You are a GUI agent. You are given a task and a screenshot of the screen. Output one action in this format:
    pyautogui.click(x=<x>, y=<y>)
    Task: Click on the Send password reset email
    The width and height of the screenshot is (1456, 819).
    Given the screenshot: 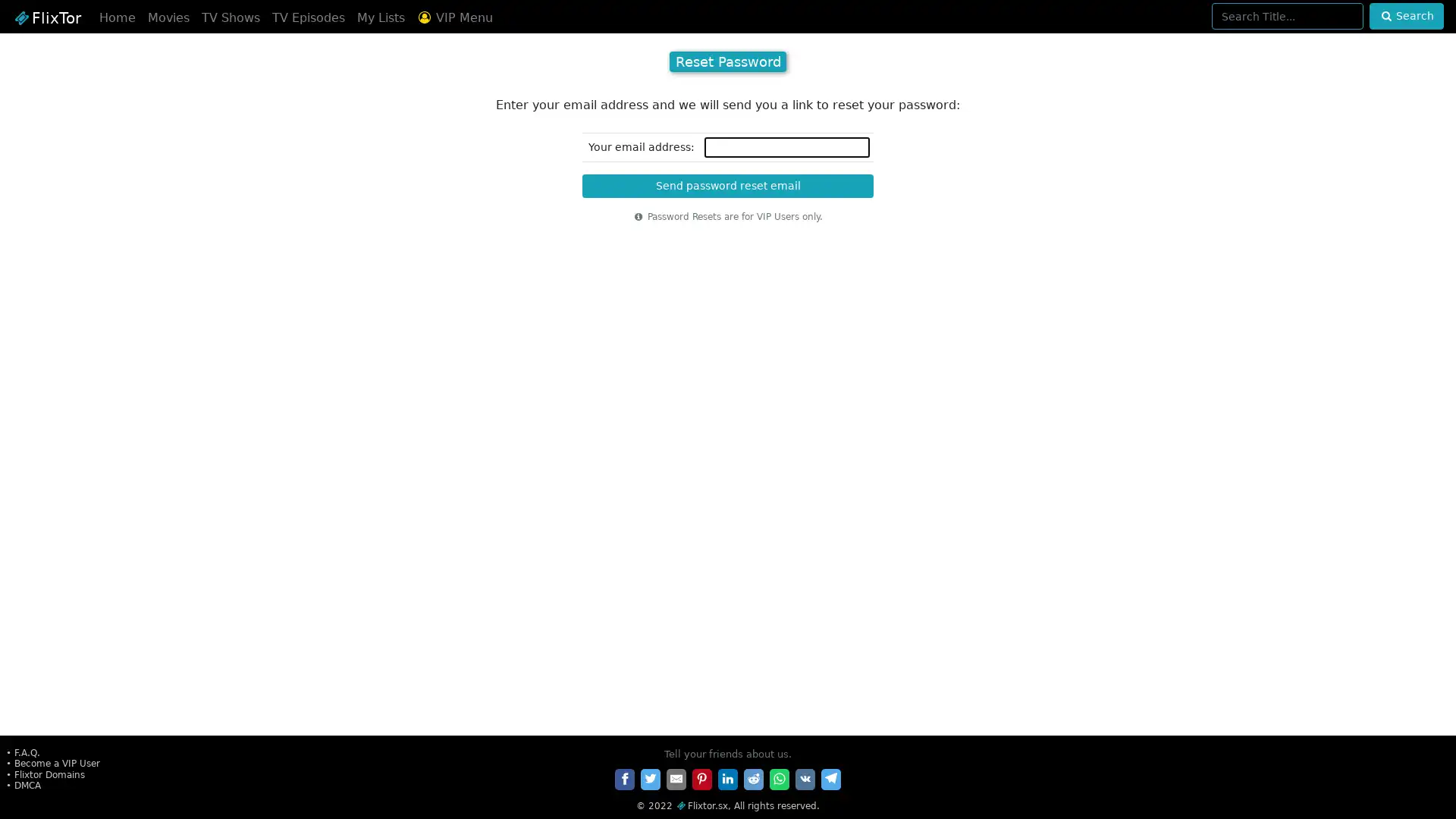 What is the action you would take?
    pyautogui.click(x=728, y=184)
    